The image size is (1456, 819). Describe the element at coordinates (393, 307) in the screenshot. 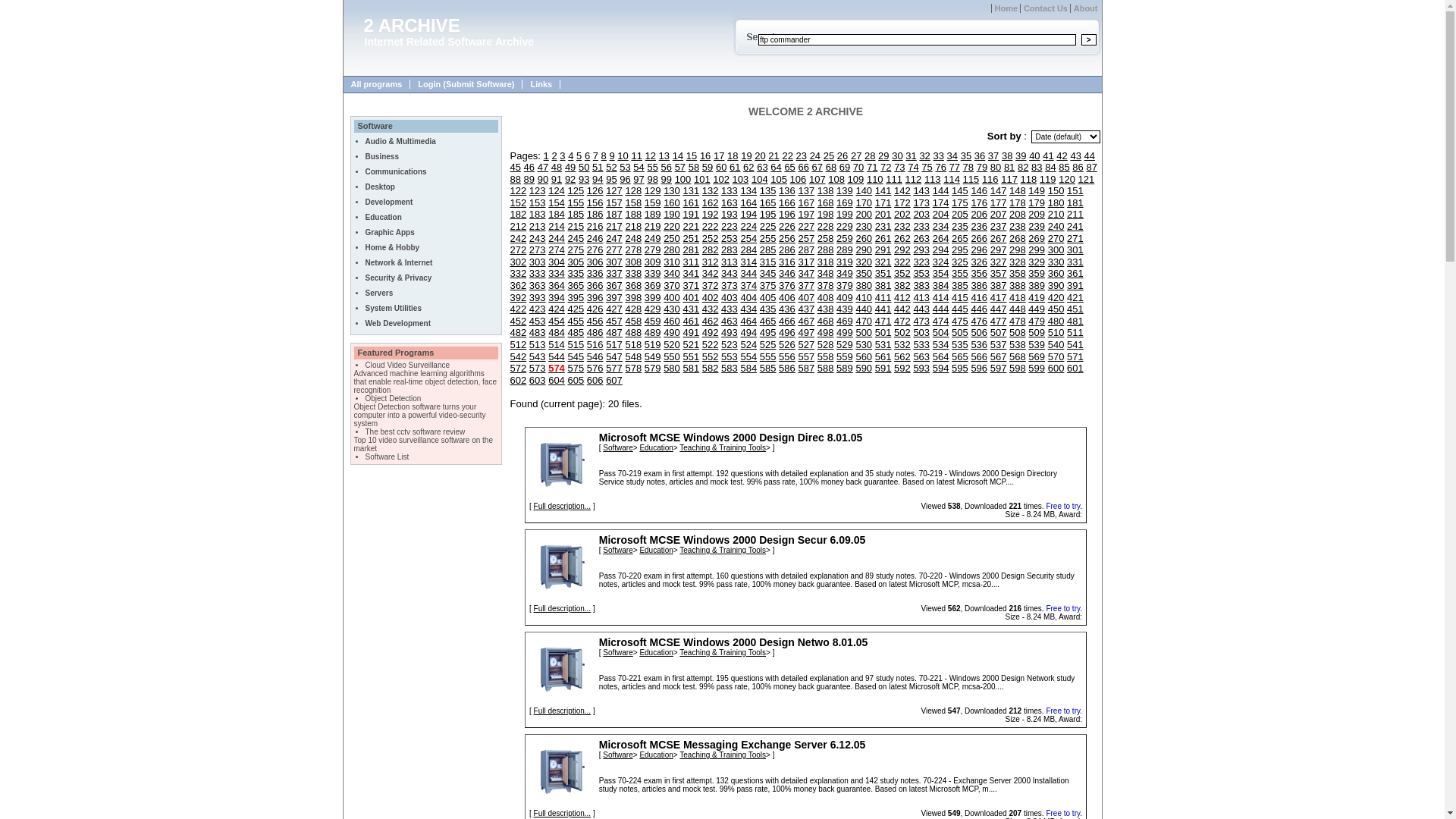

I see `'System Utilities'` at that location.